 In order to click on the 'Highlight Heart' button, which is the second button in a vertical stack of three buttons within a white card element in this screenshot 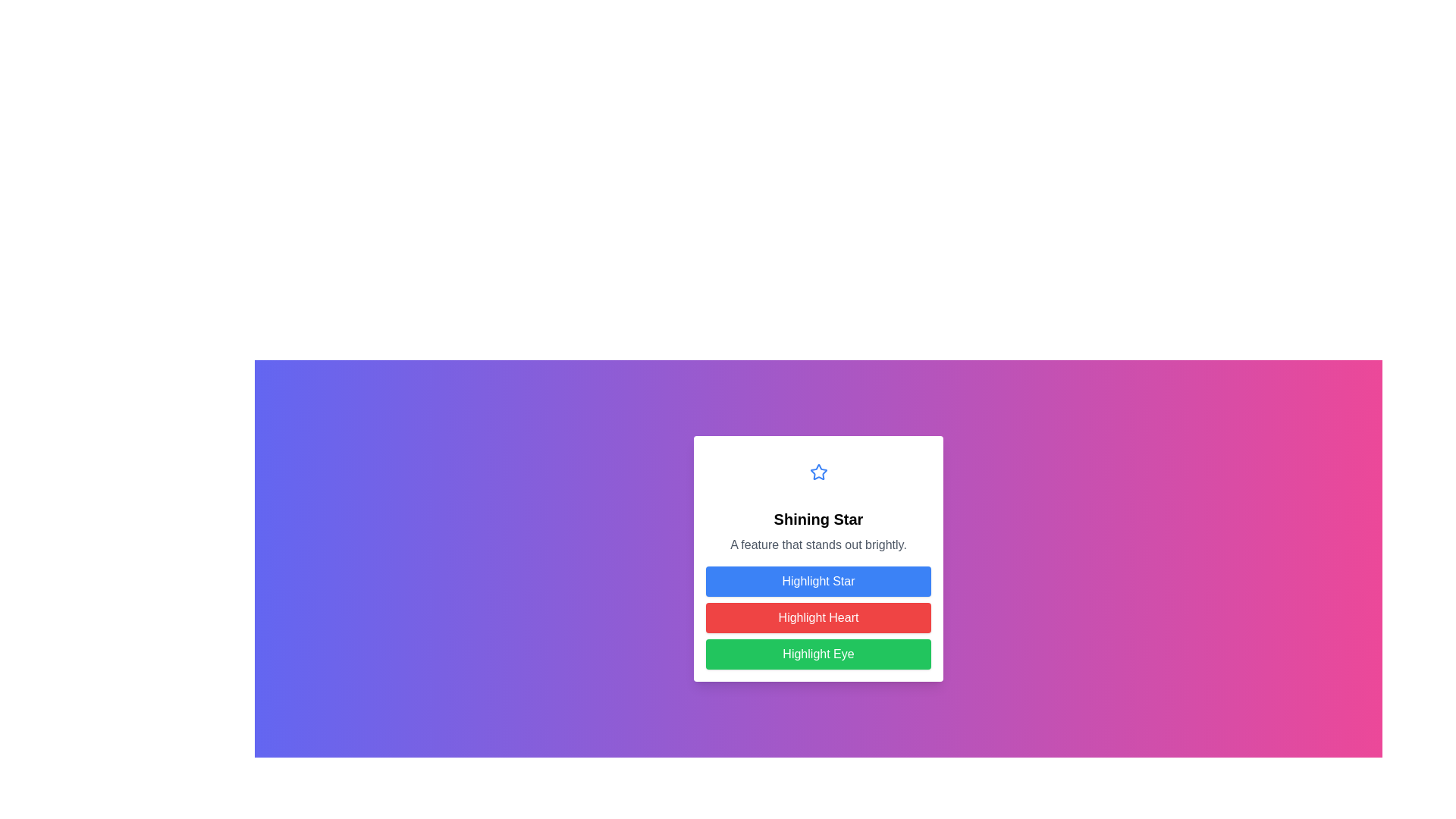, I will do `click(817, 617)`.